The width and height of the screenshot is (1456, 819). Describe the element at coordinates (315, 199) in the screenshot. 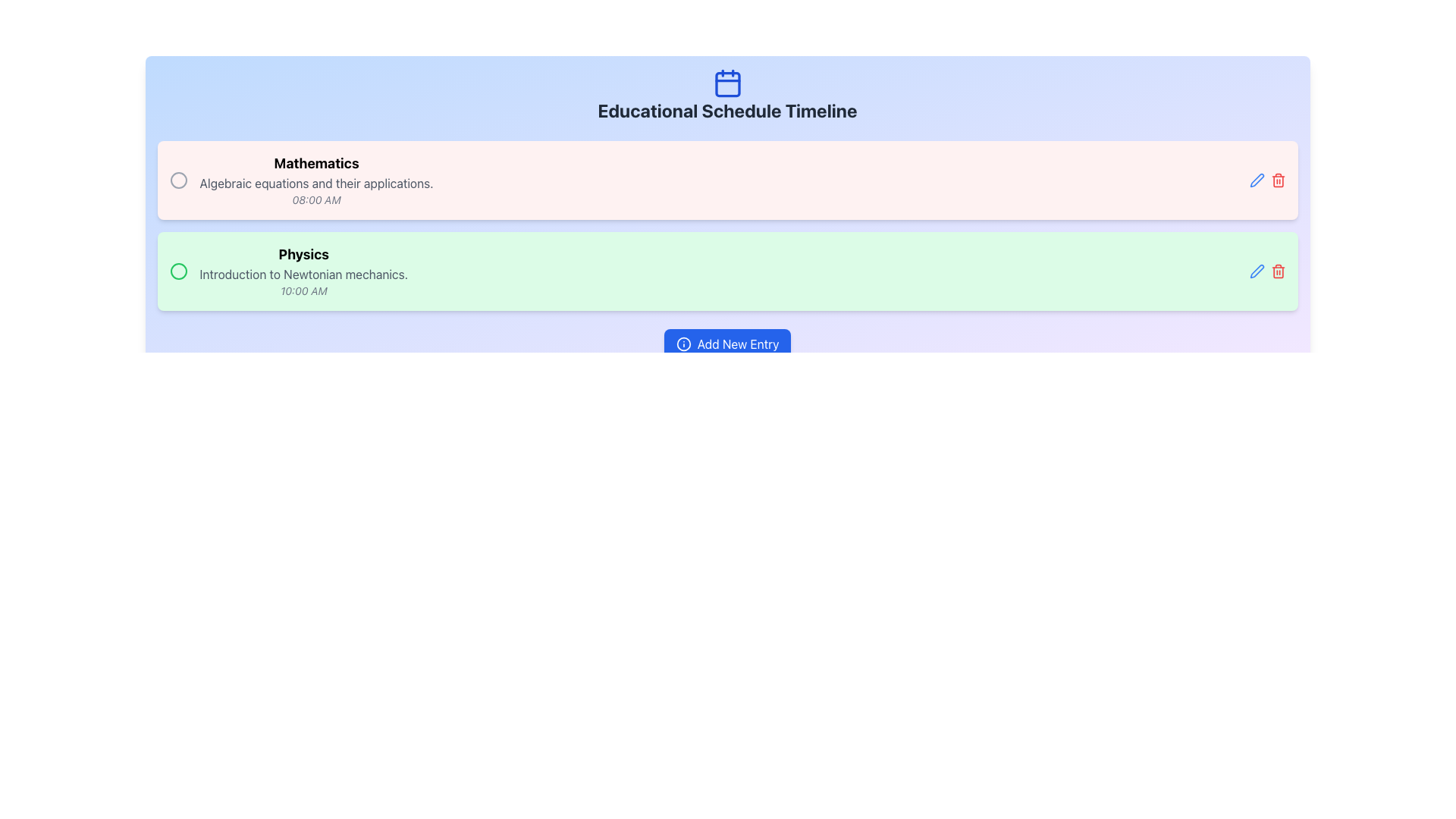

I see `the italicized text label displaying '08:00 AM' in light gray, located beneath the description 'Algebraic equations and their applications' in the Mathematics schedule interface` at that location.